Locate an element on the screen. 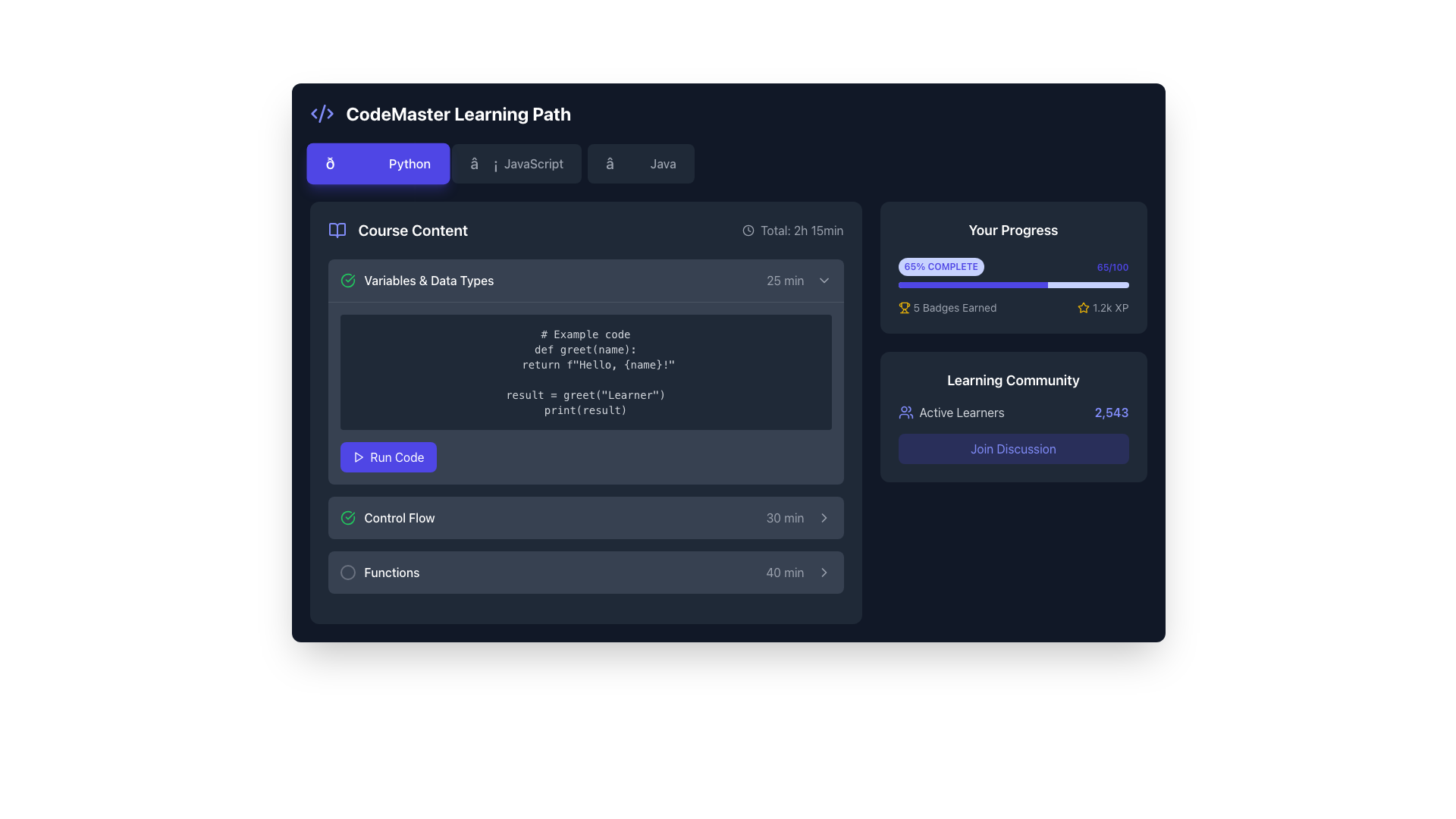 The image size is (1456, 819). the text label displaying '65% COMPLETE' in uppercase letters, which is bold and indigo-colored, located in the 'Your Progress' section is located at coordinates (940, 265).